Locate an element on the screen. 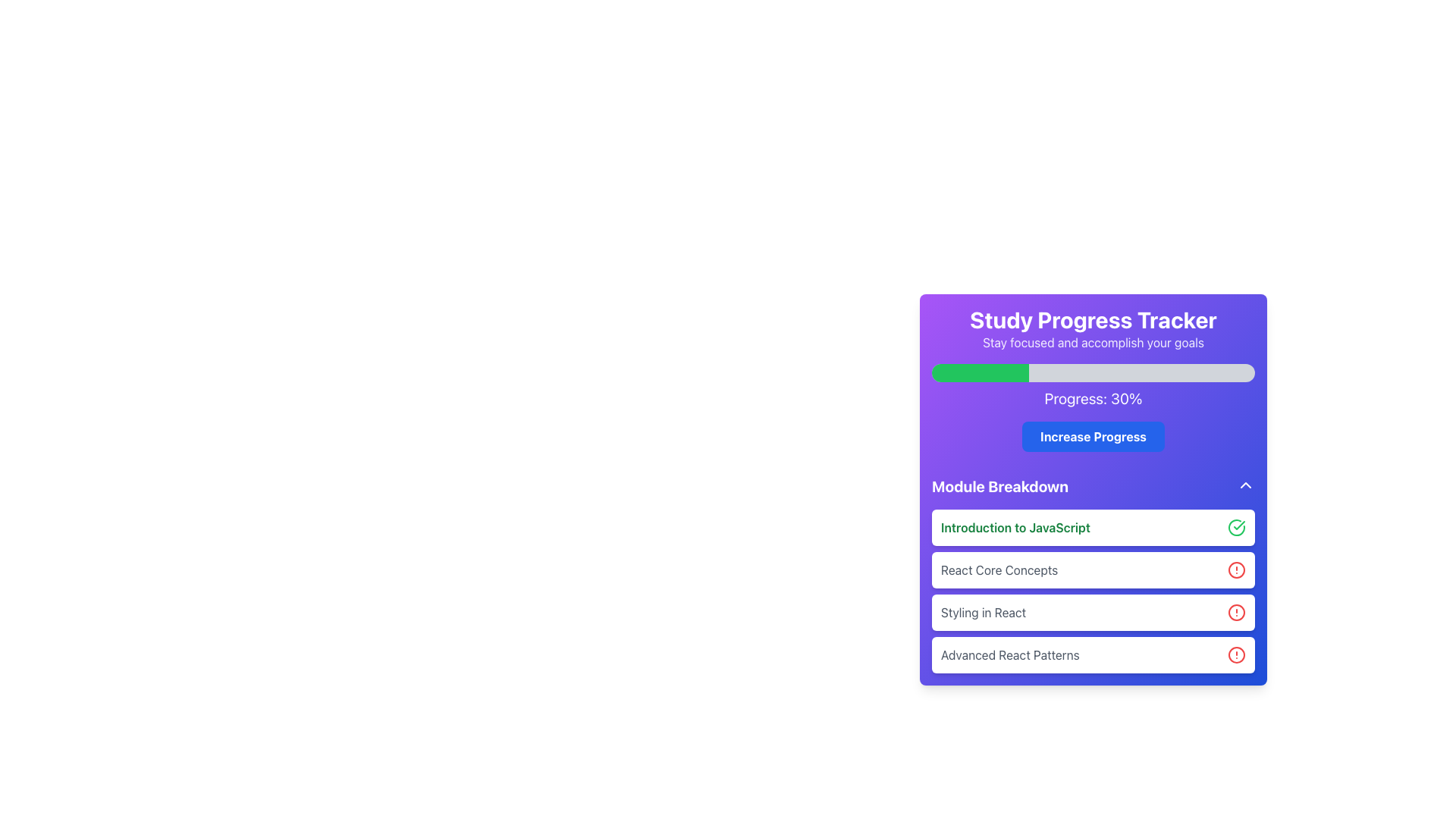 This screenshot has width=1456, height=819. the bold, centered header text reading 'Study Progress Tracker', which is styled in white against a purple background, located at the top of the purple section in the interface is located at coordinates (1093, 318).